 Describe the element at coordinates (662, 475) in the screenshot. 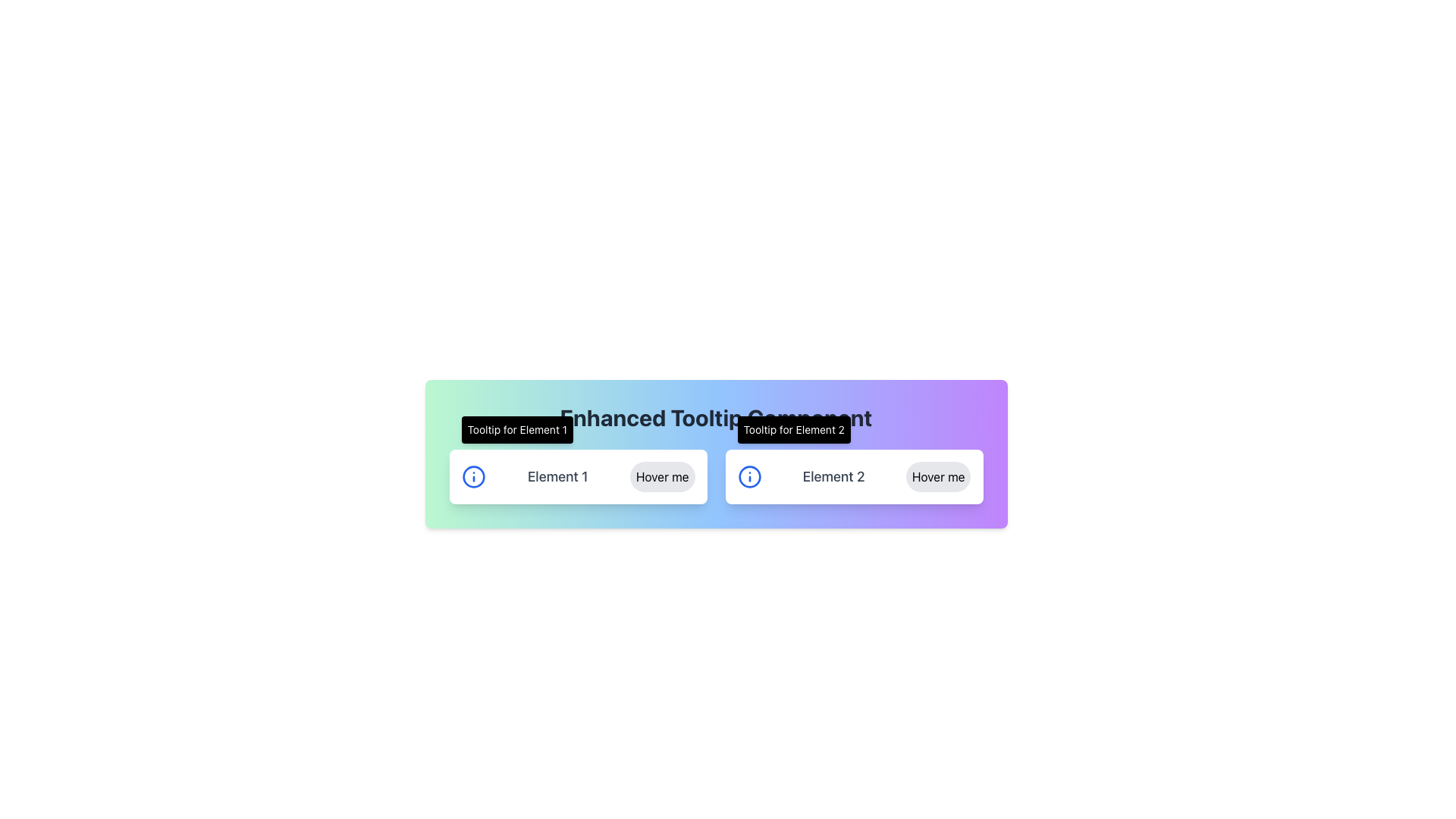

I see `the button labeled 'Hover me' which is styled in light gray and positioned to the right of 'Element 1'` at that location.